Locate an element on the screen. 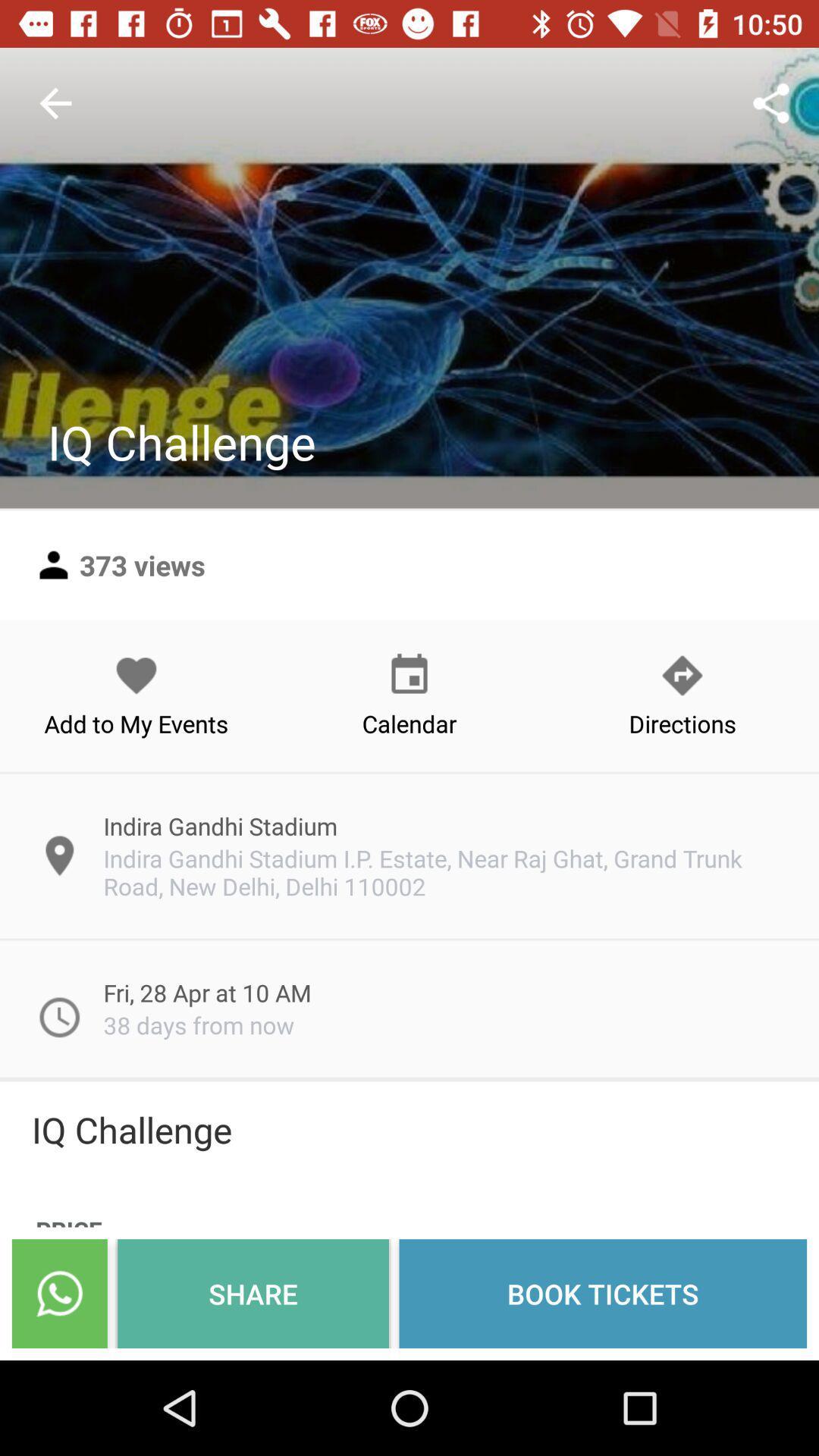 This screenshot has width=819, height=1456. the directions on the right is located at coordinates (681, 695).